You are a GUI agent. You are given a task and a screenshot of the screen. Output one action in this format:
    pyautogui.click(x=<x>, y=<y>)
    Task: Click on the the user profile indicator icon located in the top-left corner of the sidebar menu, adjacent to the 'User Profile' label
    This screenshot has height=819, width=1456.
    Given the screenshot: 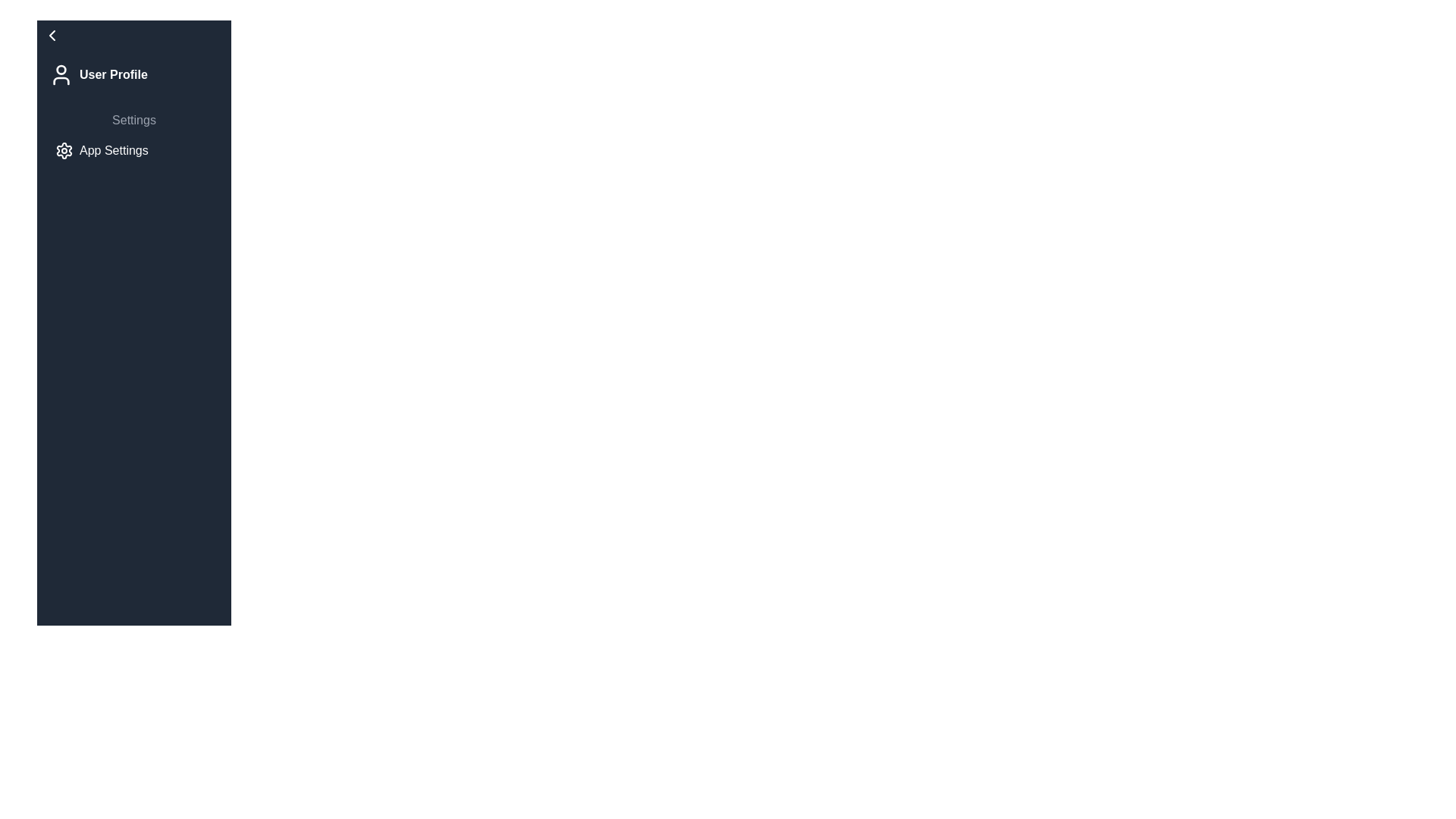 What is the action you would take?
    pyautogui.click(x=61, y=75)
    